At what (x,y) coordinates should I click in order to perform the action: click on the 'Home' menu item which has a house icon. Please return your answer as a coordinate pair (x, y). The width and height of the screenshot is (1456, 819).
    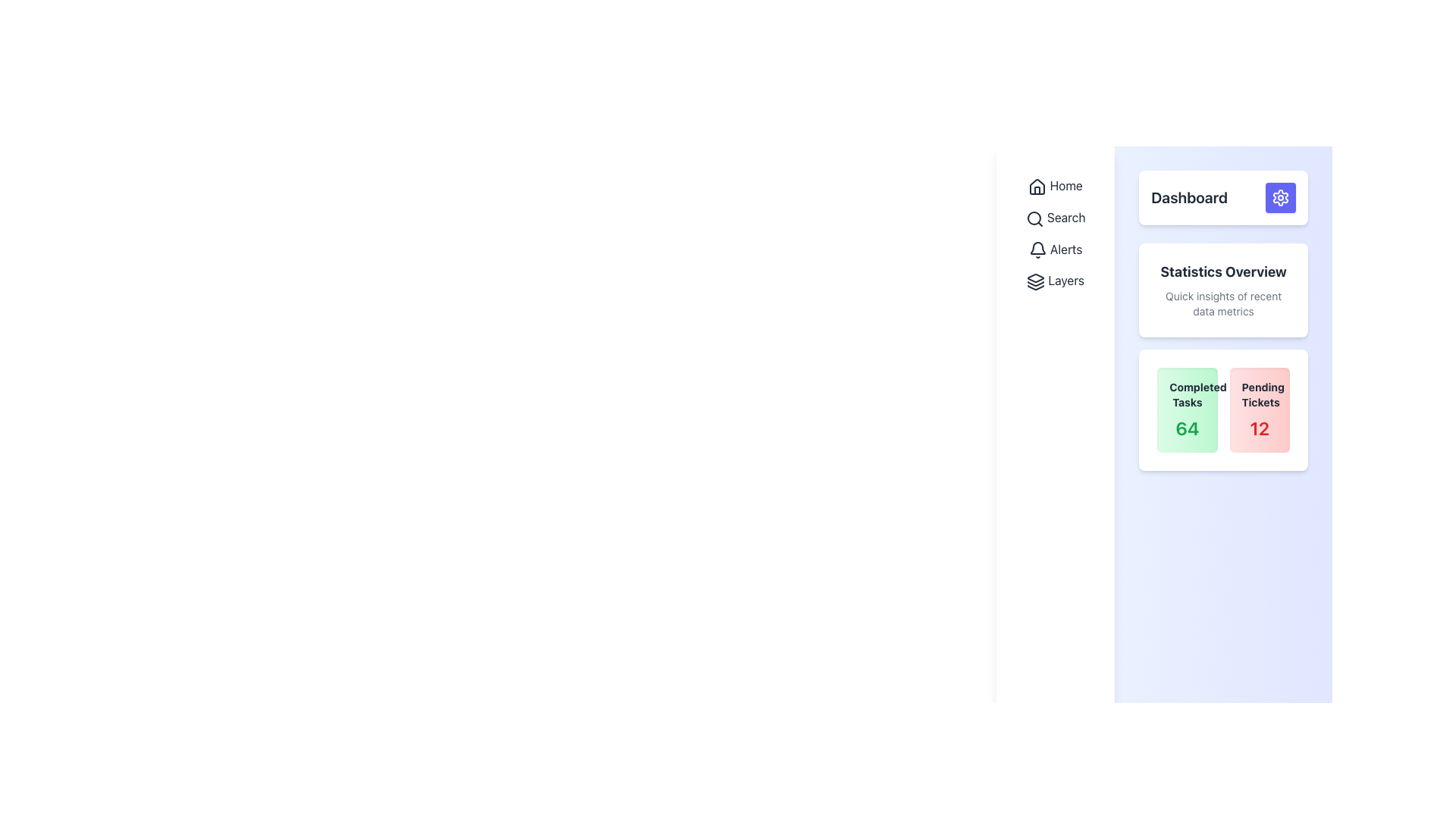
    Looking at the image, I should click on (1055, 185).